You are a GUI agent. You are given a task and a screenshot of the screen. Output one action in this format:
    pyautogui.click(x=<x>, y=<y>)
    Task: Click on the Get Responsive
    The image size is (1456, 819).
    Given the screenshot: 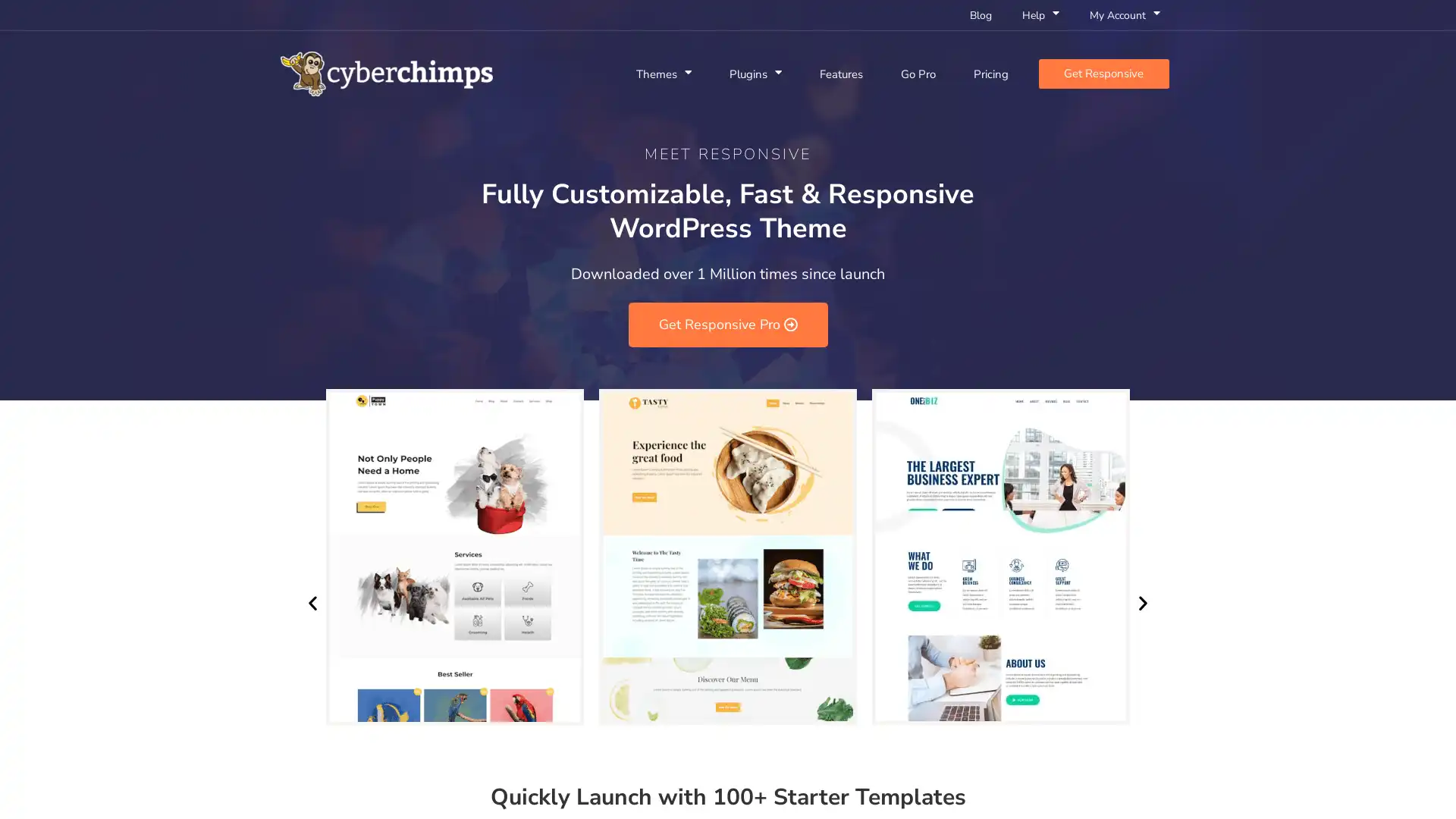 What is the action you would take?
    pyautogui.click(x=1103, y=74)
    